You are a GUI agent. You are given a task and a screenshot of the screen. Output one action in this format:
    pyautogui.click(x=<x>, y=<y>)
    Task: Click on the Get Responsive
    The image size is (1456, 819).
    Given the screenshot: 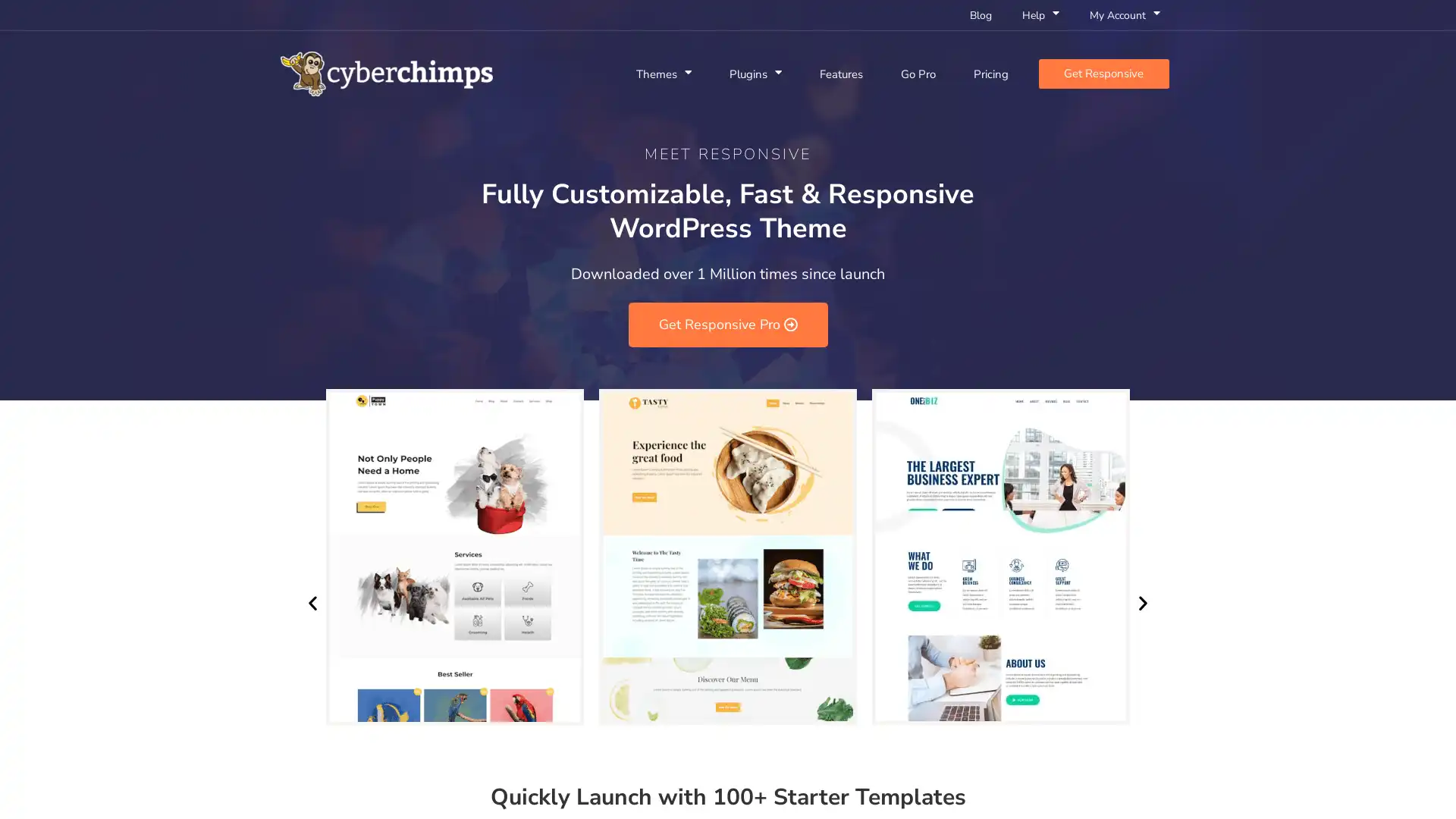 What is the action you would take?
    pyautogui.click(x=1103, y=74)
    